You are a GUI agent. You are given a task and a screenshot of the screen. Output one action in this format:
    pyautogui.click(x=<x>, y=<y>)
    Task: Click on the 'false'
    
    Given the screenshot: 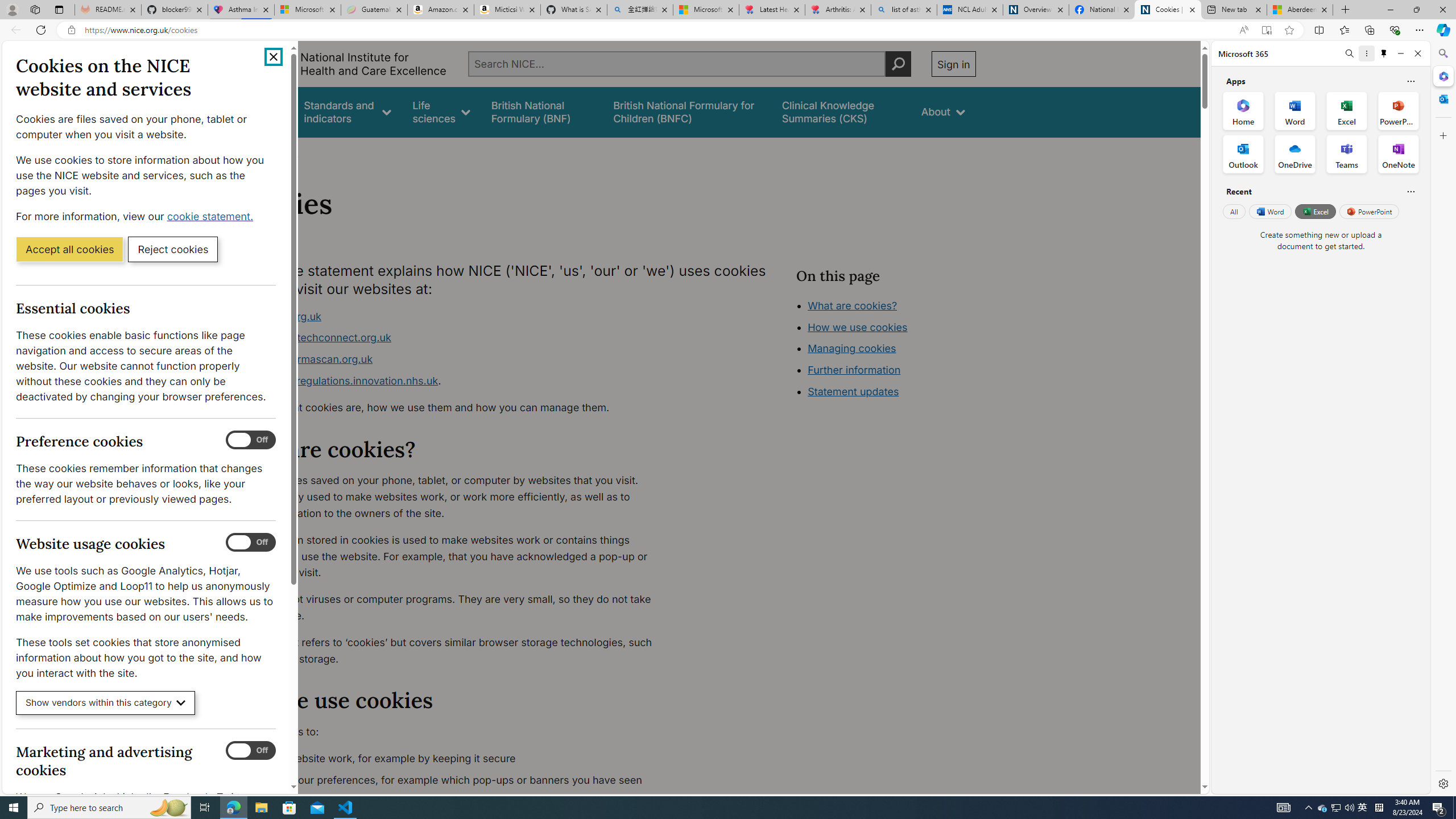 What is the action you would take?
    pyautogui.click(x=841, y=111)
    